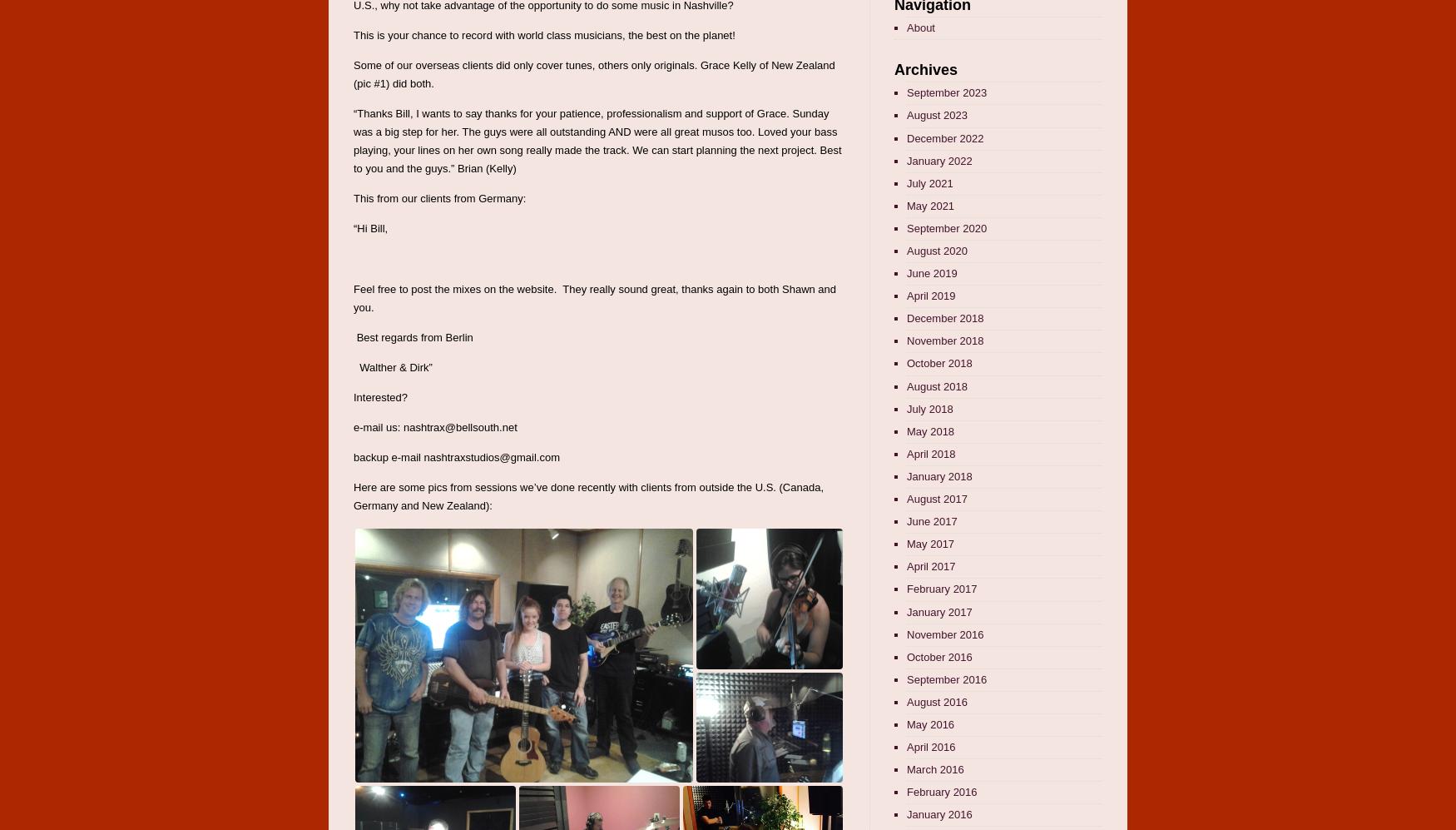 Image resolution: width=1456 pixels, height=830 pixels. I want to click on 'May 2021', so click(930, 204).